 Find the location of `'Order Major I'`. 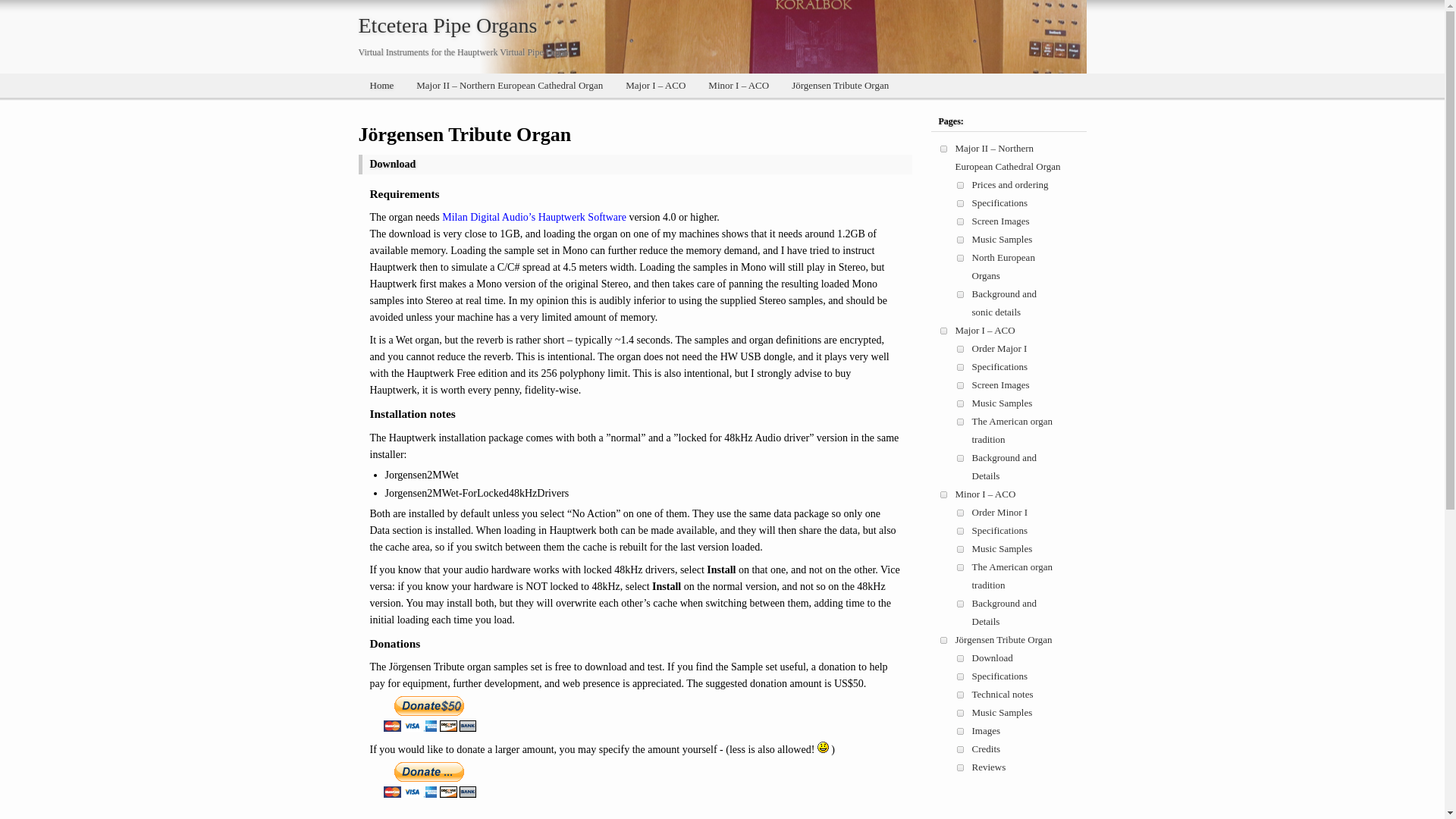

'Order Major I' is located at coordinates (999, 348).